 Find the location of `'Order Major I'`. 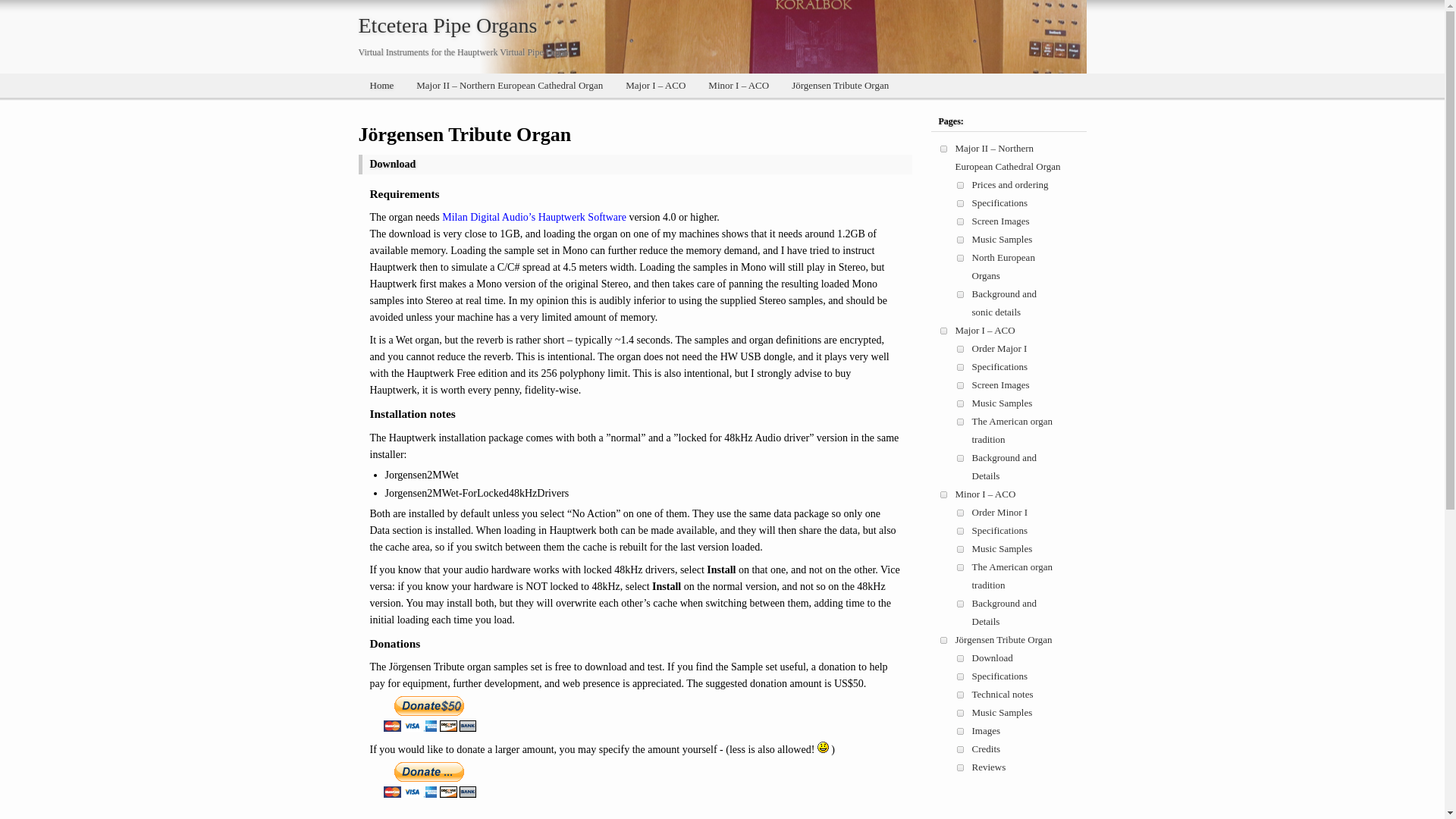

'Order Major I' is located at coordinates (999, 348).